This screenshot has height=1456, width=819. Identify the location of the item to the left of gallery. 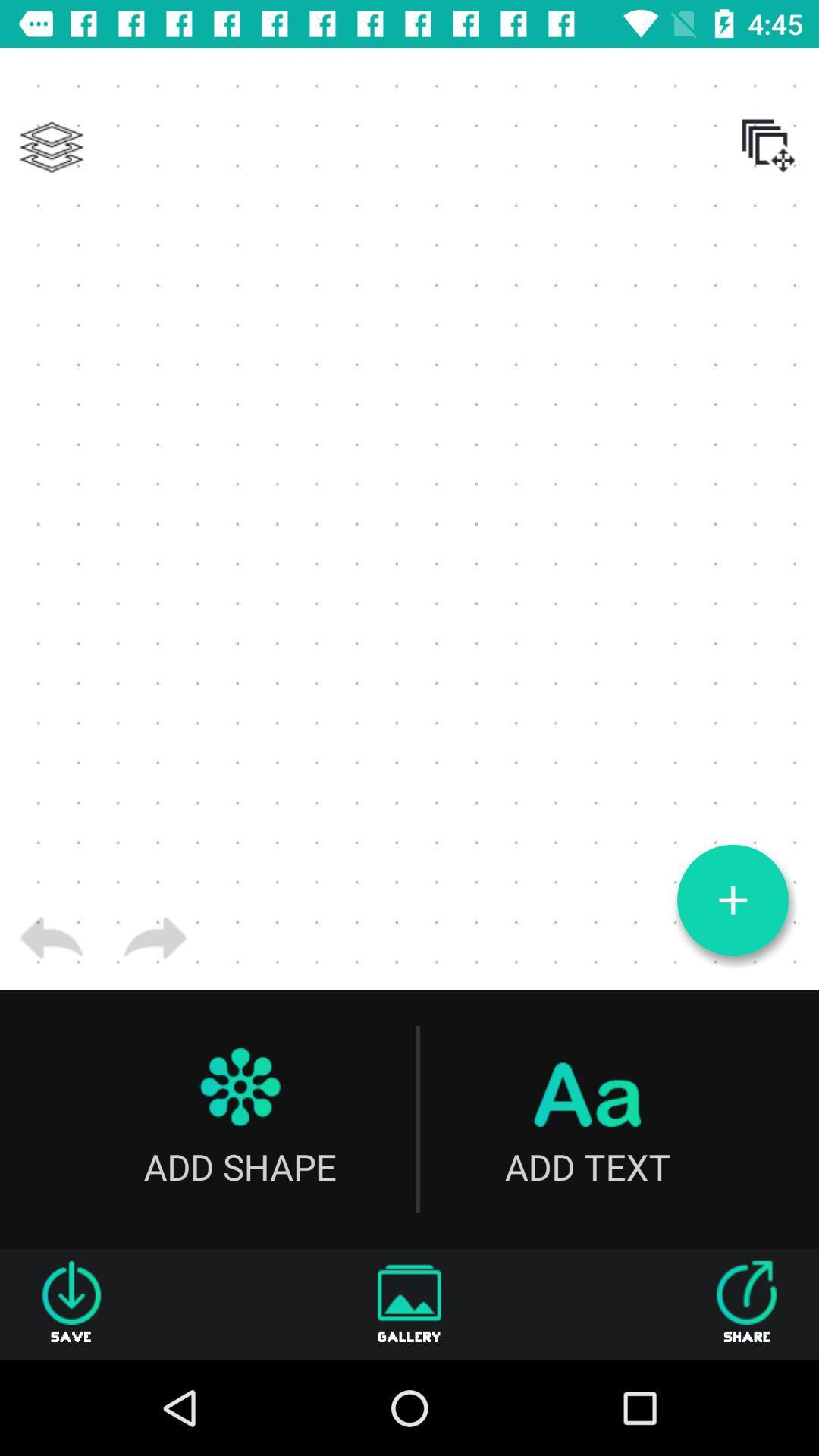
(71, 1304).